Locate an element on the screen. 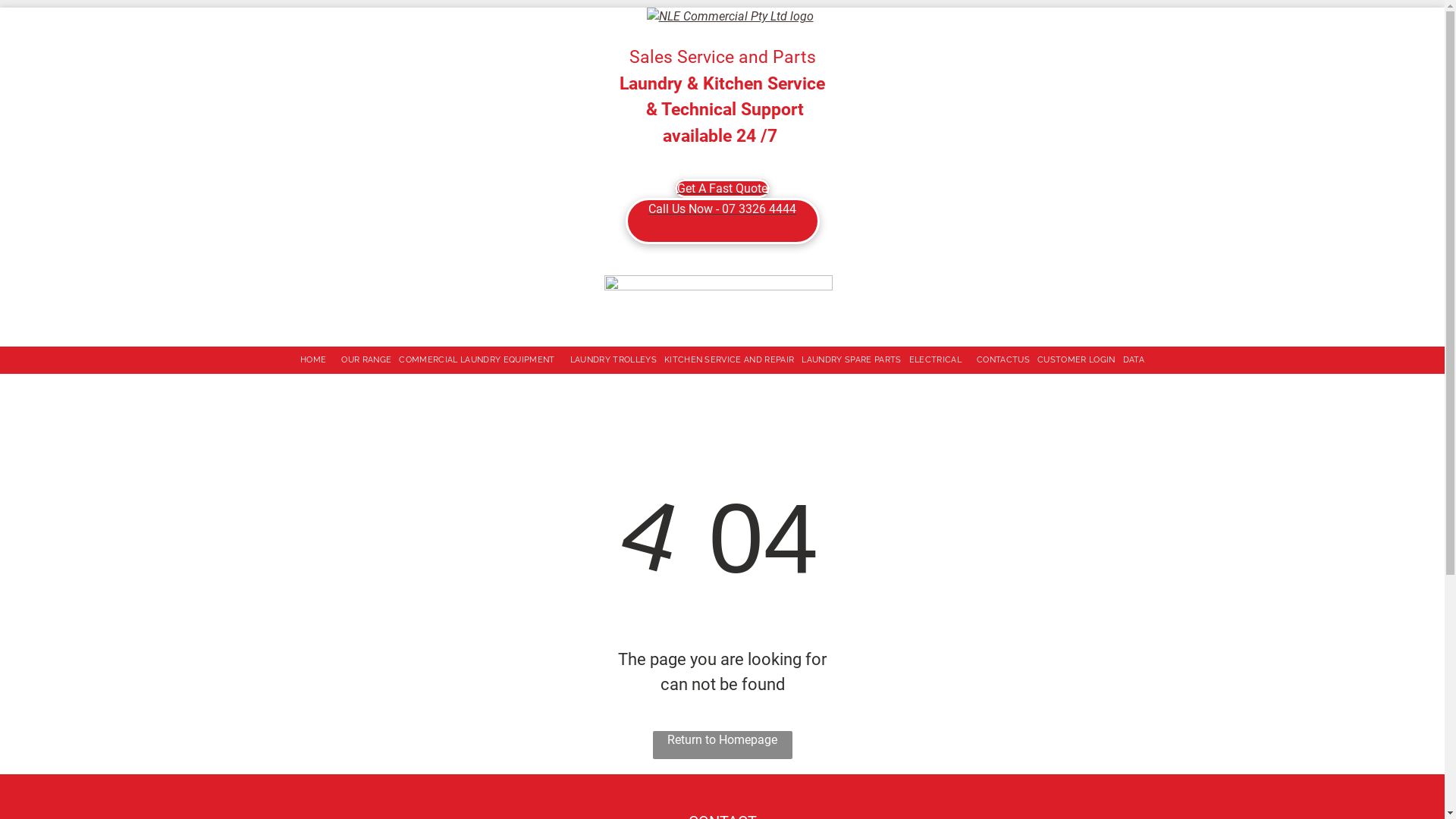 Image resolution: width=1456 pixels, height=819 pixels. 'CUSTOMER LOGIN' is located at coordinates (1075, 360).